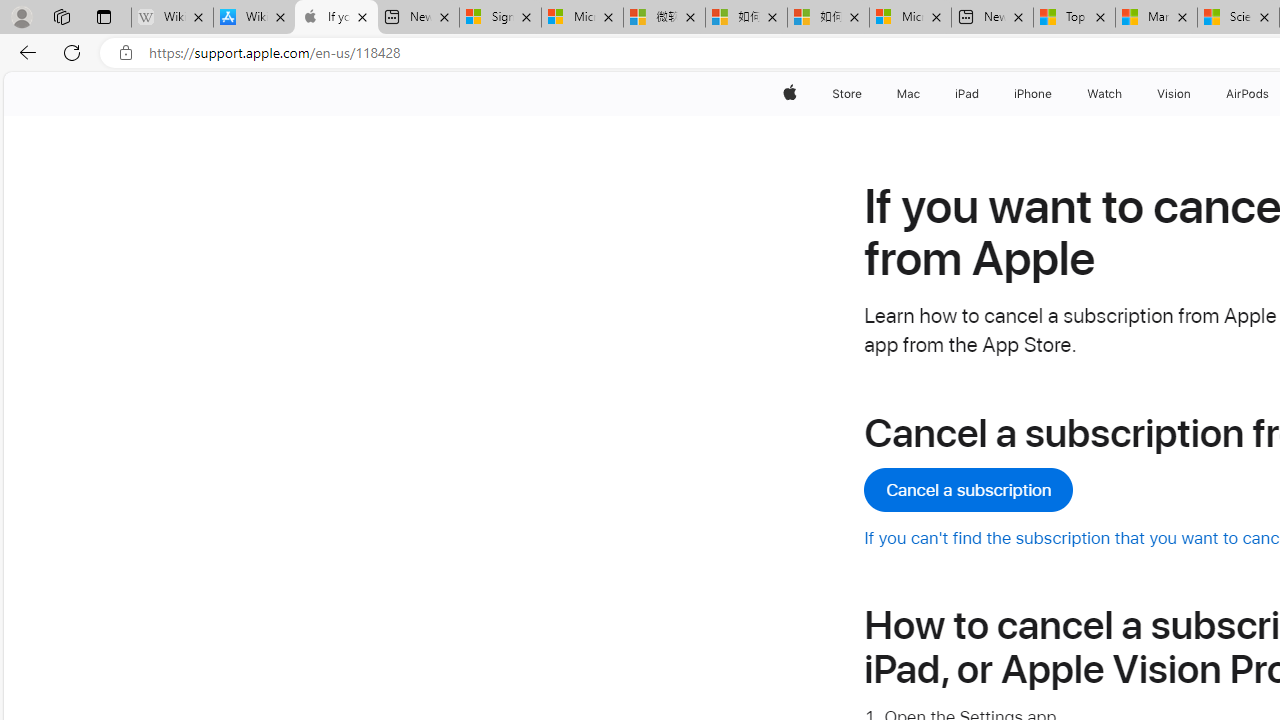 This screenshot has width=1280, height=720. What do you see at coordinates (1175, 93) in the screenshot?
I see `'Vision'` at bounding box center [1175, 93].